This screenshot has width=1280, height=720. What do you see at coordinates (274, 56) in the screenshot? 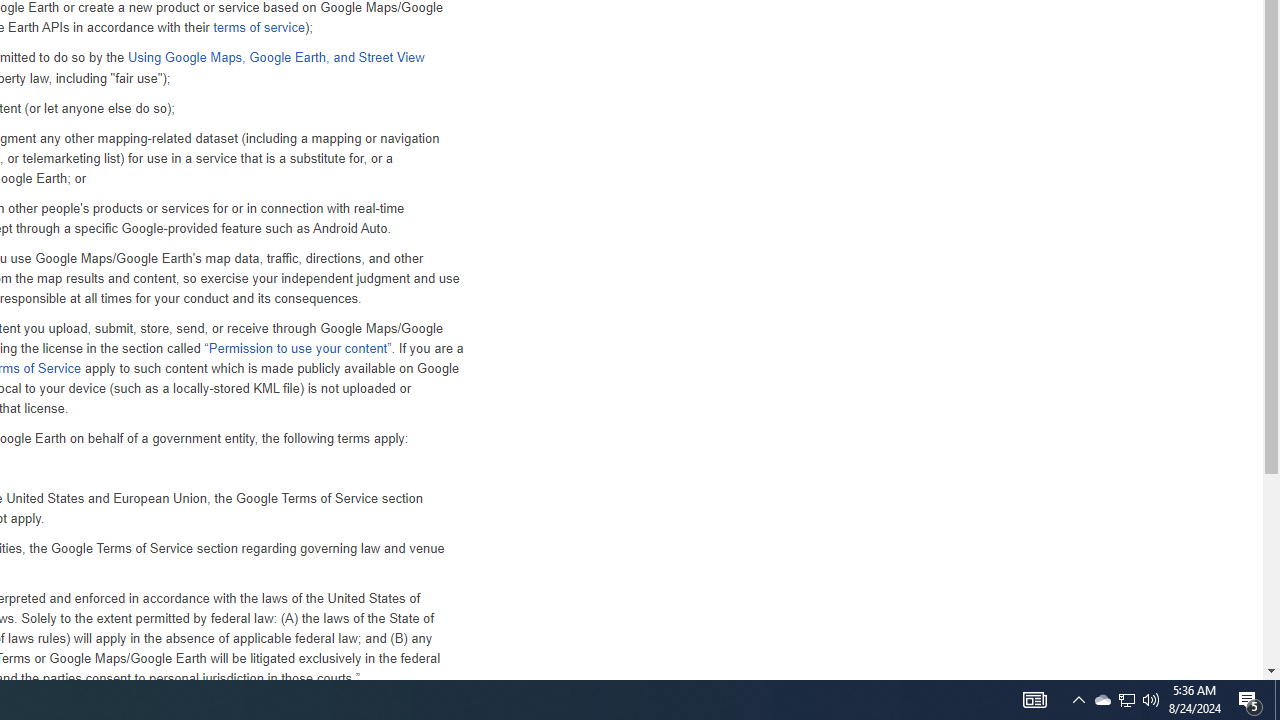
I see `'Using Google Maps, Google Earth, and Street View'` at bounding box center [274, 56].